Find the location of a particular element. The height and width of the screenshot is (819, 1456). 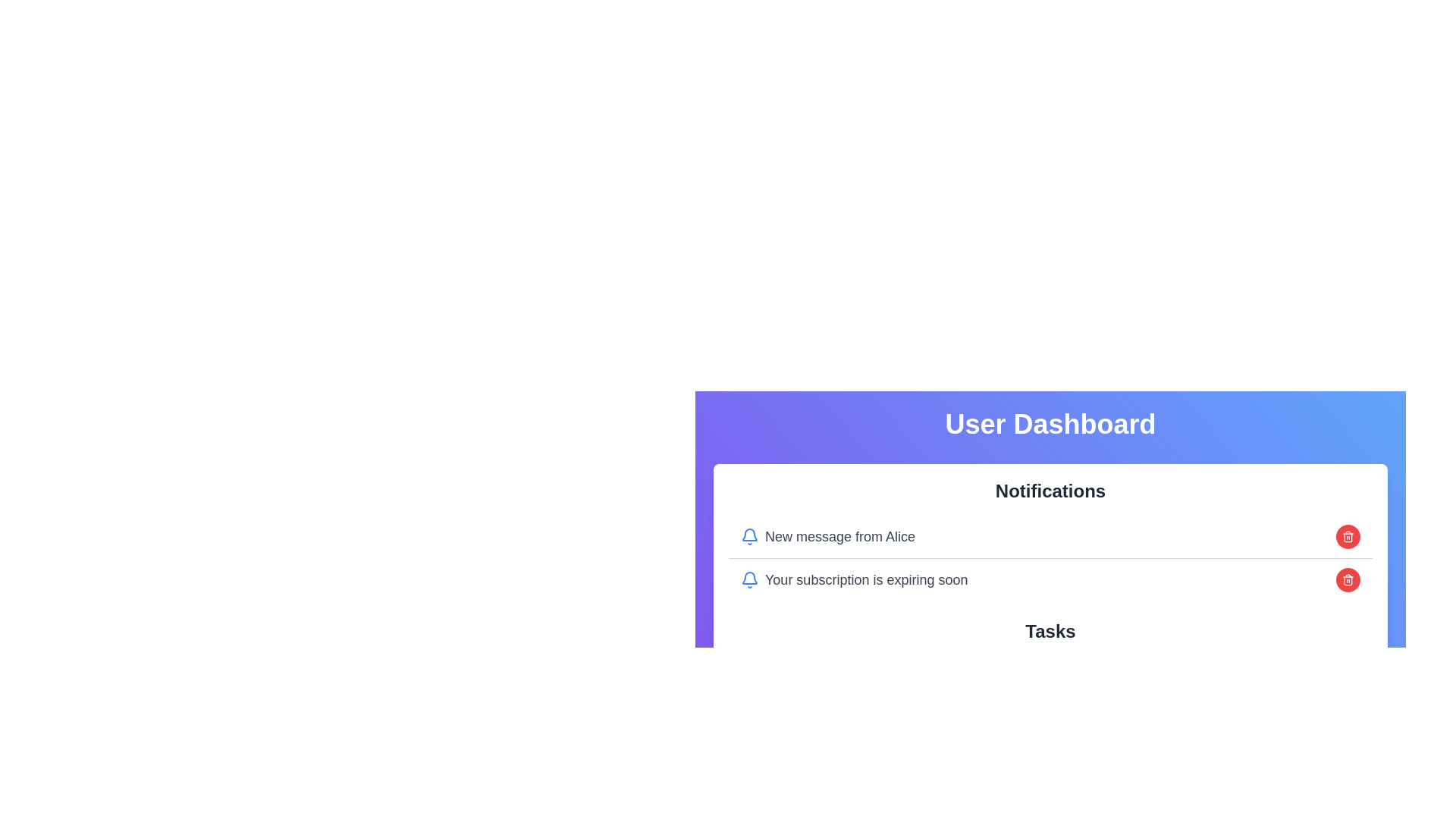

the second notification message about imminent subscription expiration located under 'New message from Alice' in the Notifications section is located at coordinates (854, 579).